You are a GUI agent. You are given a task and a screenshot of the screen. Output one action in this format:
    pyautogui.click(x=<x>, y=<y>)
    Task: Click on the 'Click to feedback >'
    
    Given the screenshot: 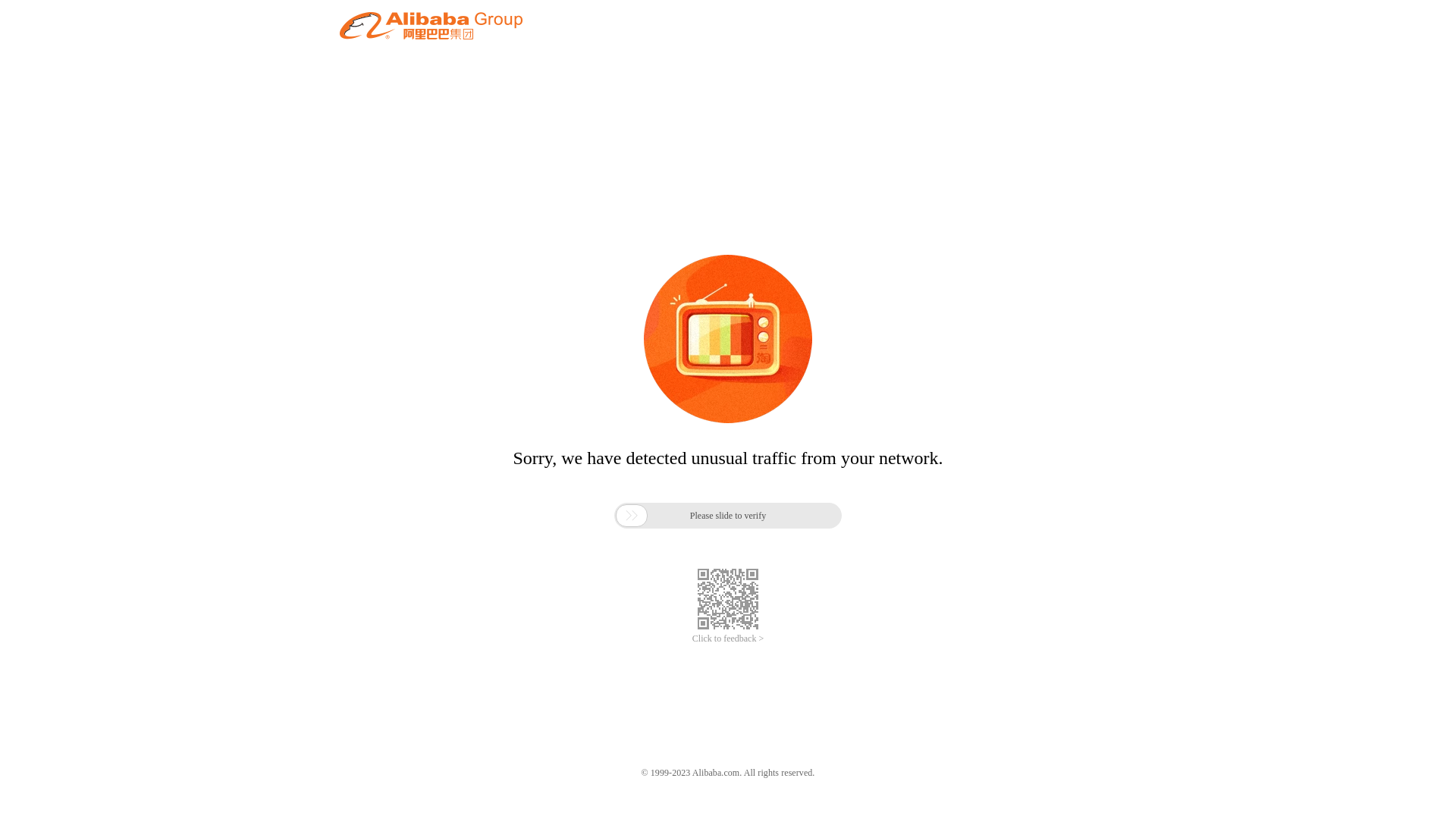 What is the action you would take?
    pyautogui.click(x=728, y=639)
    